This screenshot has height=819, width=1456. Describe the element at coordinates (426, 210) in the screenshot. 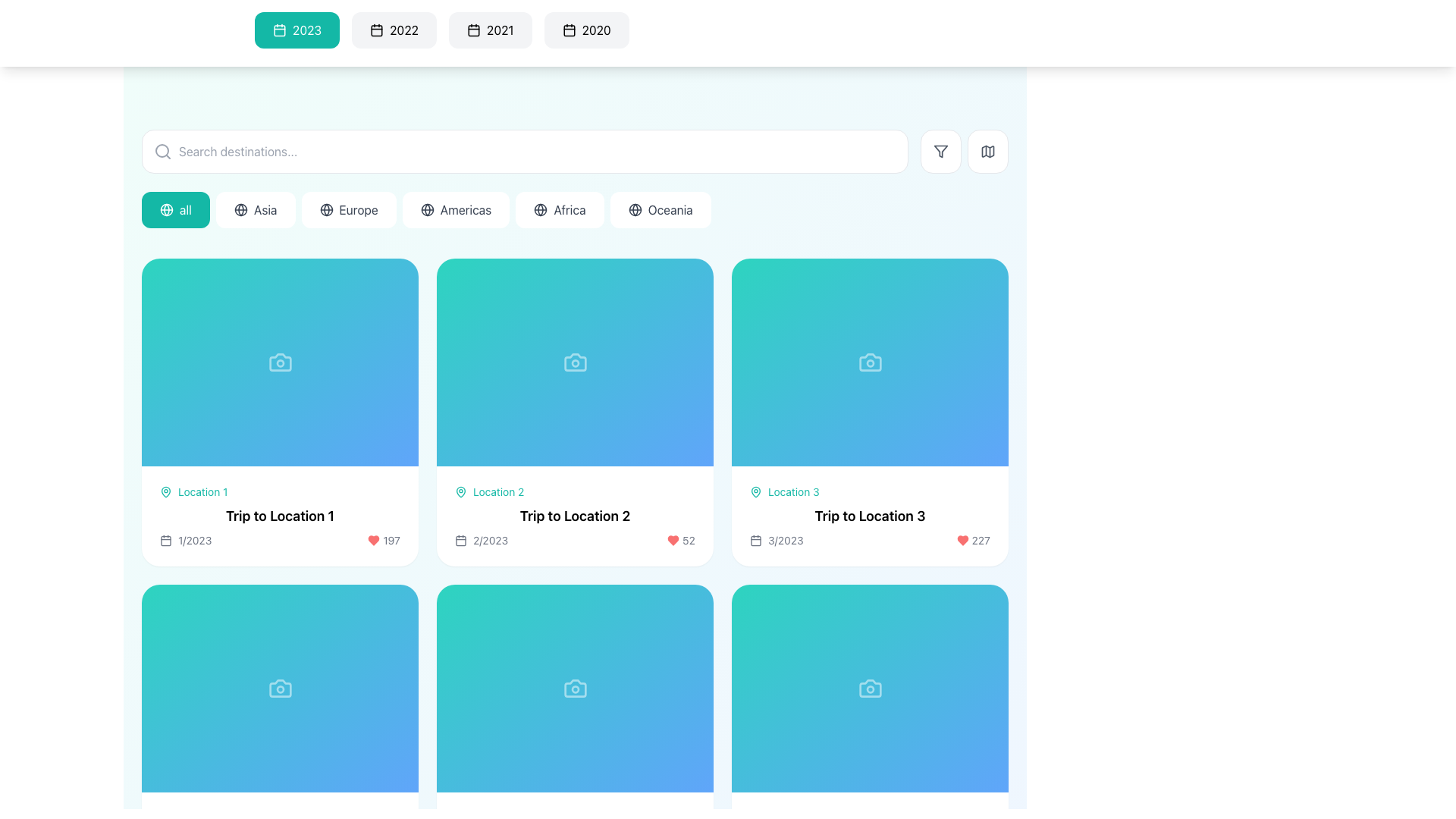

I see `the geographical-themed icon located near the left edge of the 'Americas' button in the navigation menu for potential tooltip or effect` at that location.